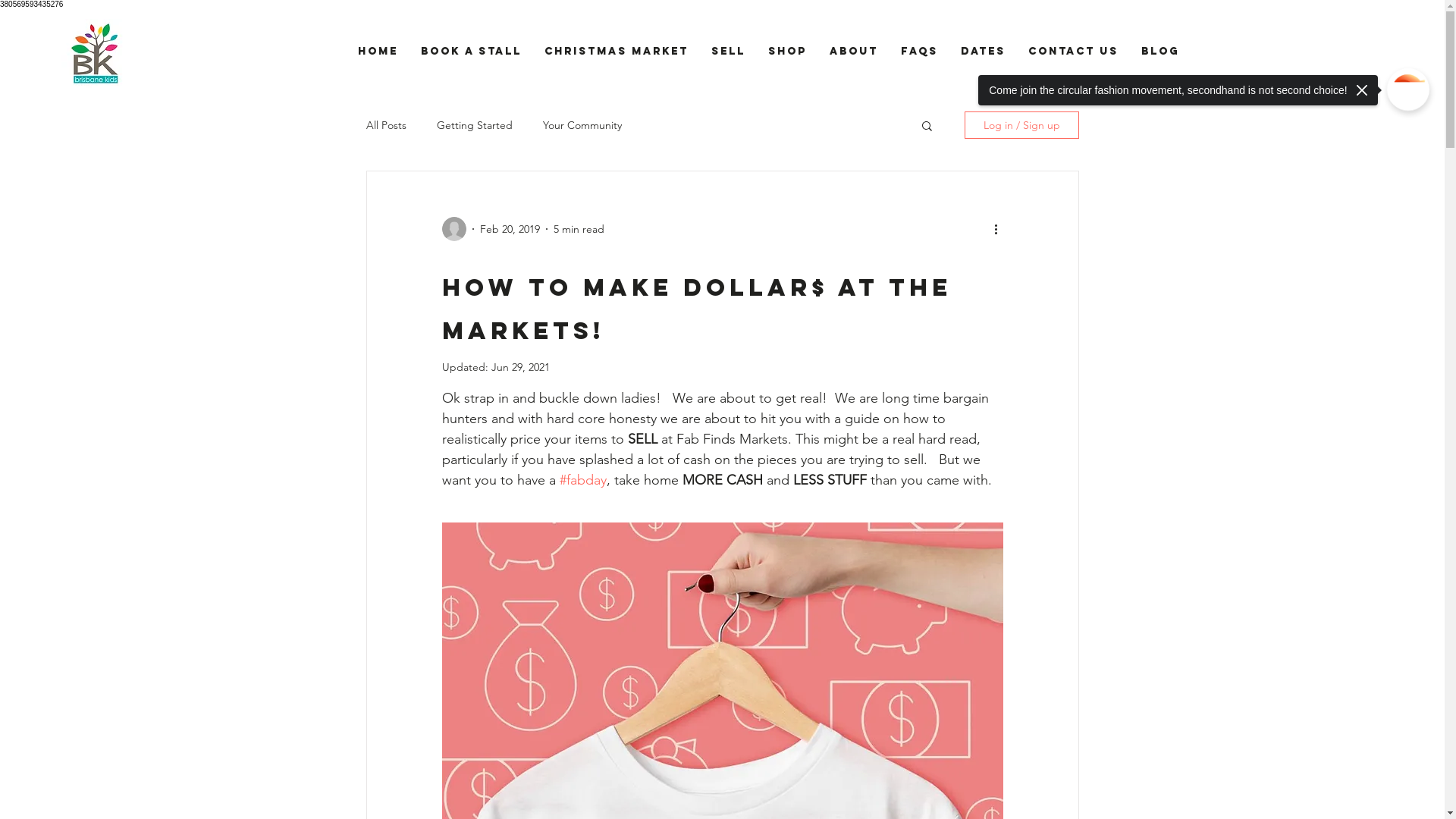 Image resolution: width=1456 pixels, height=819 pixels. I want to click on 'SELL', so click(726, 51).